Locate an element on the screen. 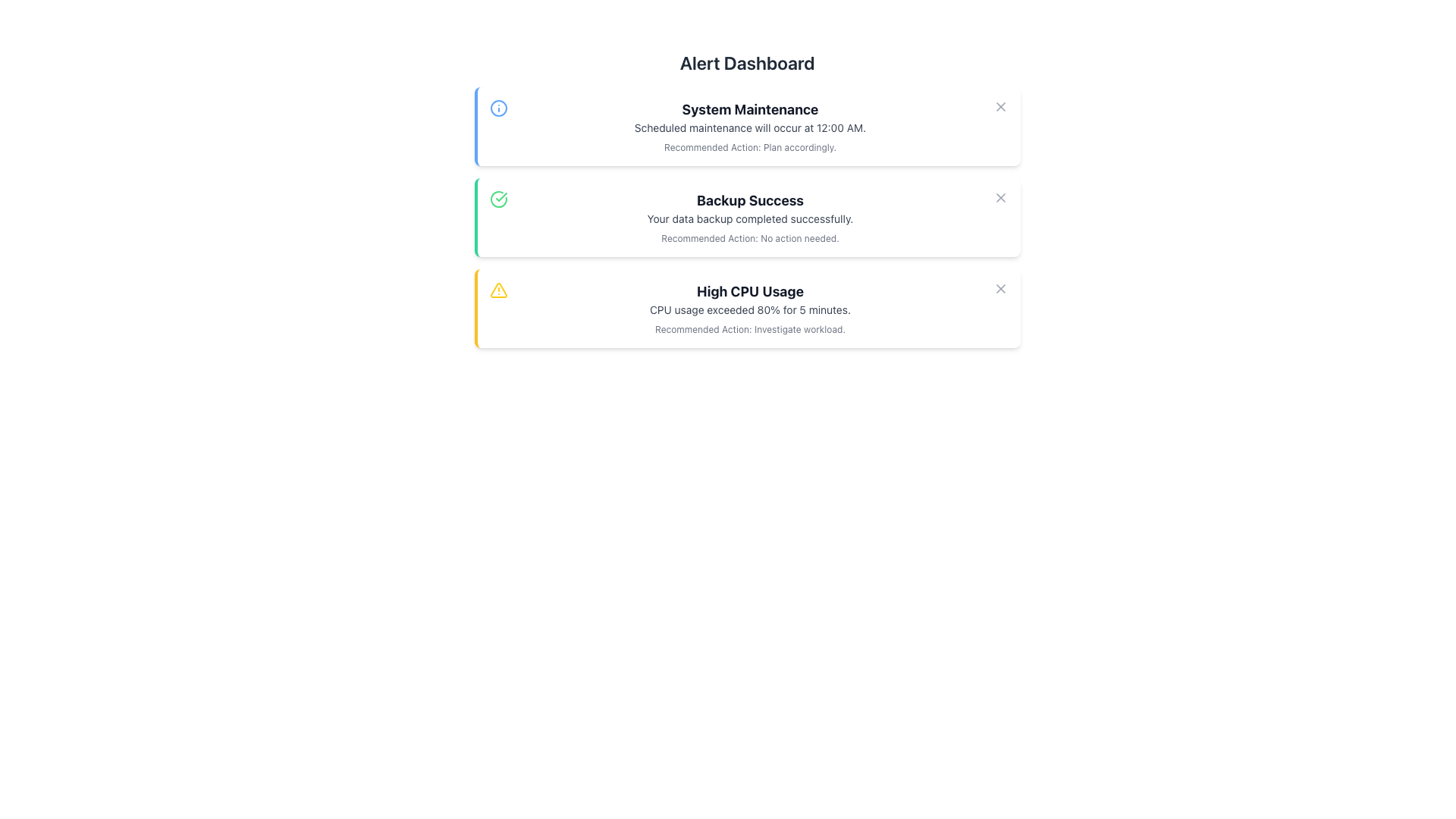  the title text of the alert message card that indicates 'System Maintenance', positioned at the top of the card is located at coordinates (750, 109).